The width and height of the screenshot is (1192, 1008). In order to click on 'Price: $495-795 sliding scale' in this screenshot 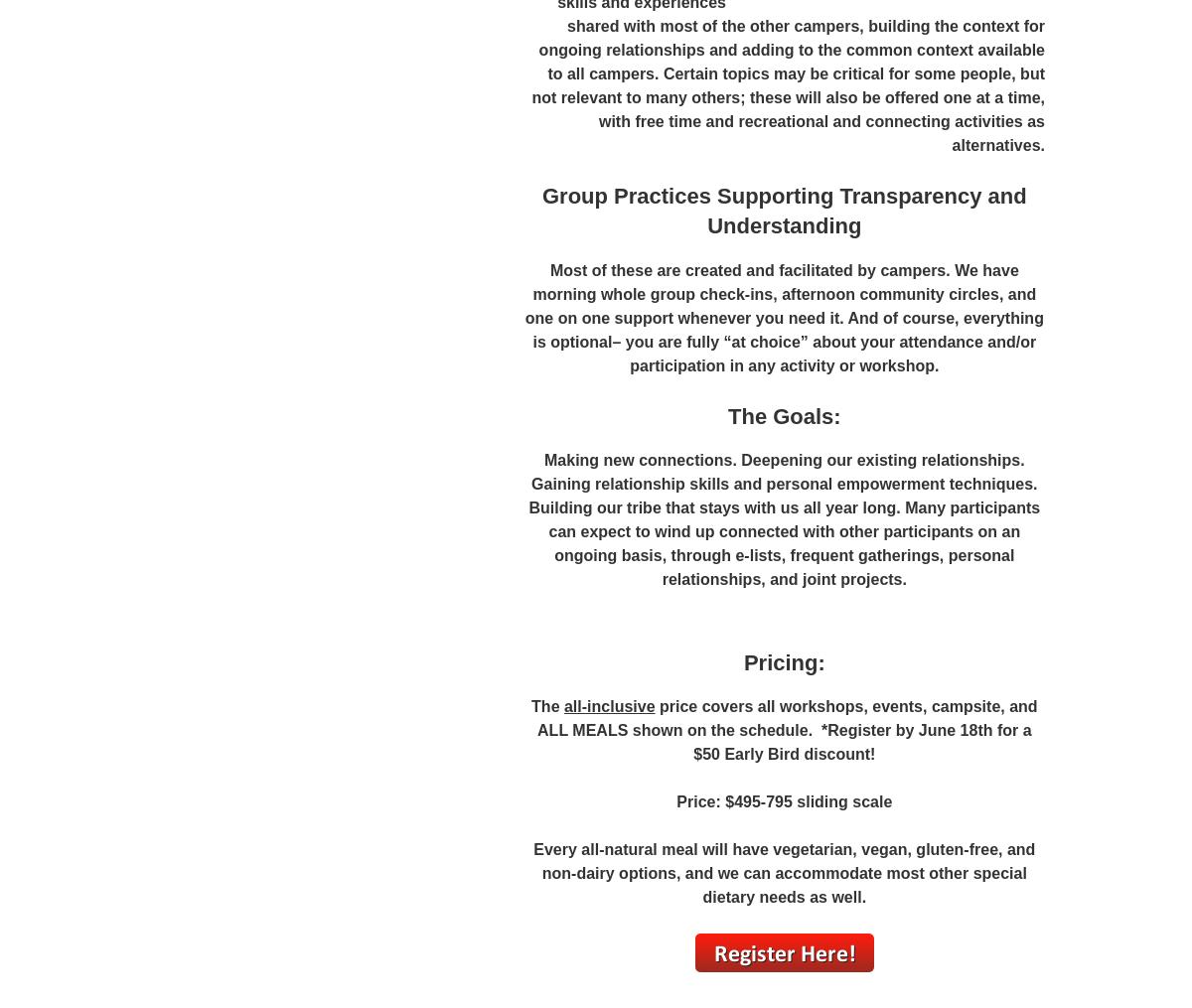, I will do `click(783, 801)`.